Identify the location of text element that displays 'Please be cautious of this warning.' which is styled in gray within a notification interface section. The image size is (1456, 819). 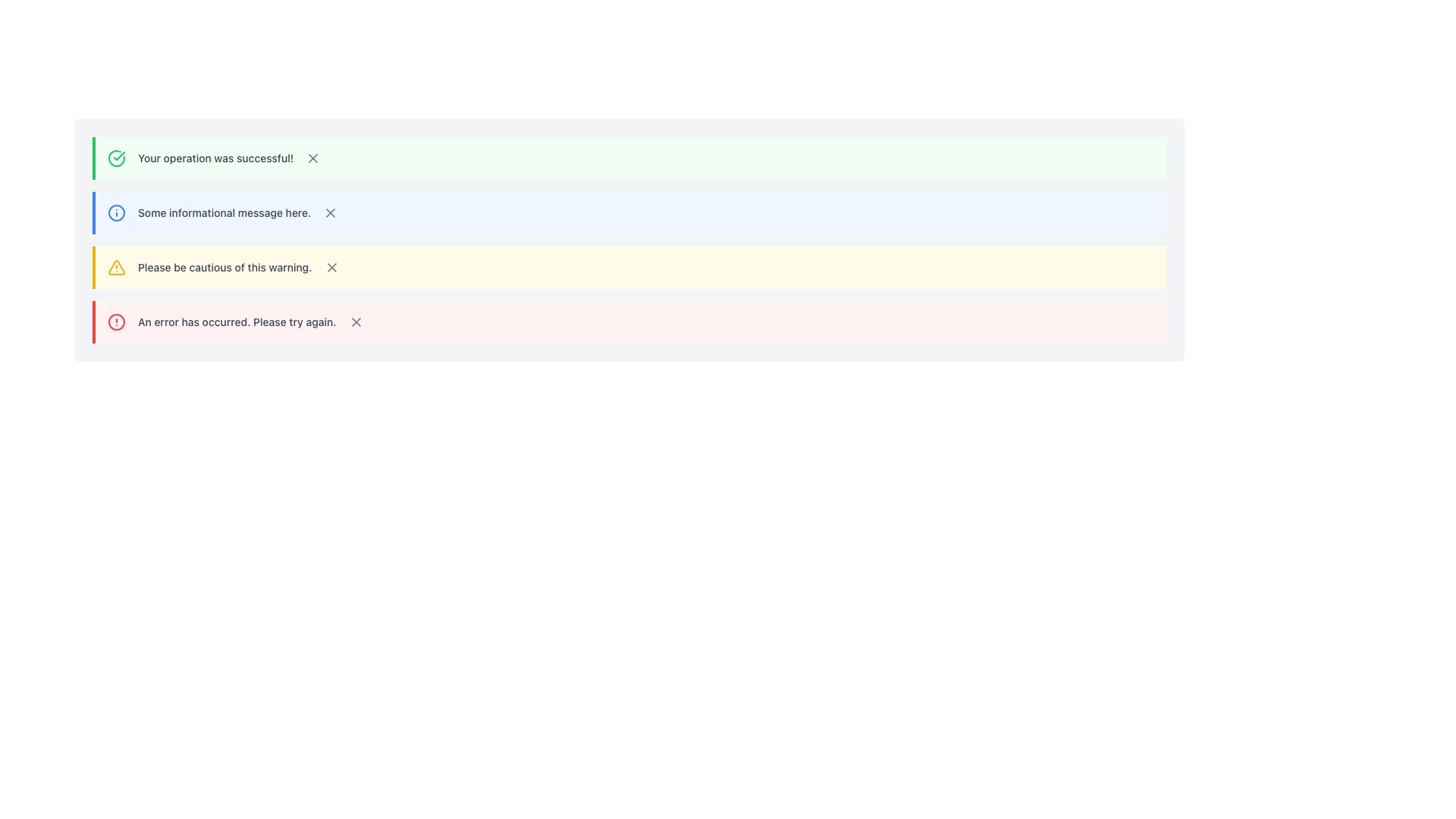
(224, 267).